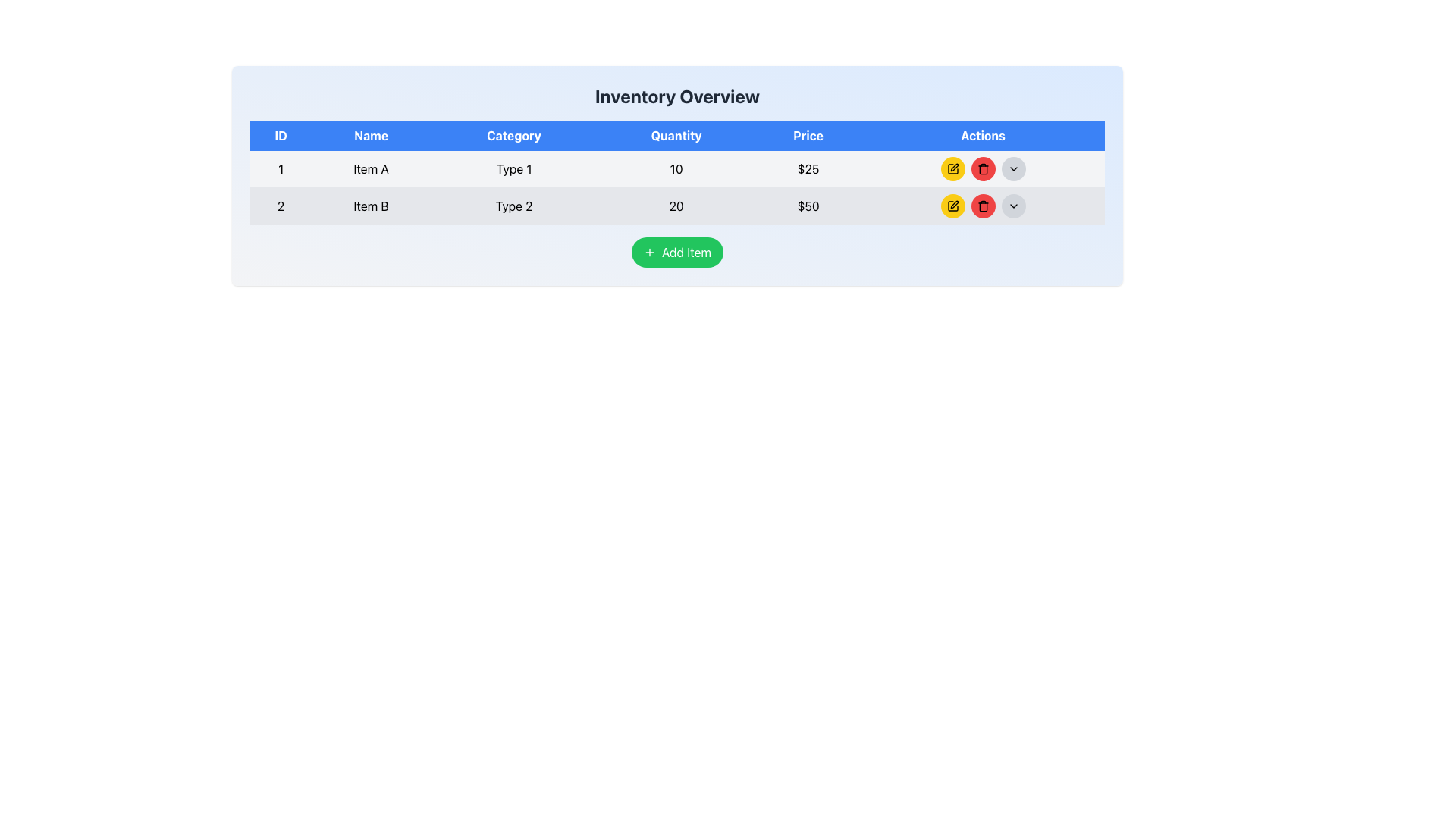 The image size is (1456, 819). What do you see at coordinates (952, 206) in the screenshot?
I see `the 'Edit' action button in the 'Actions' column of the second row in the 'Inventory Overview' table to observe the hover effect` at bounding box center [952, 206].